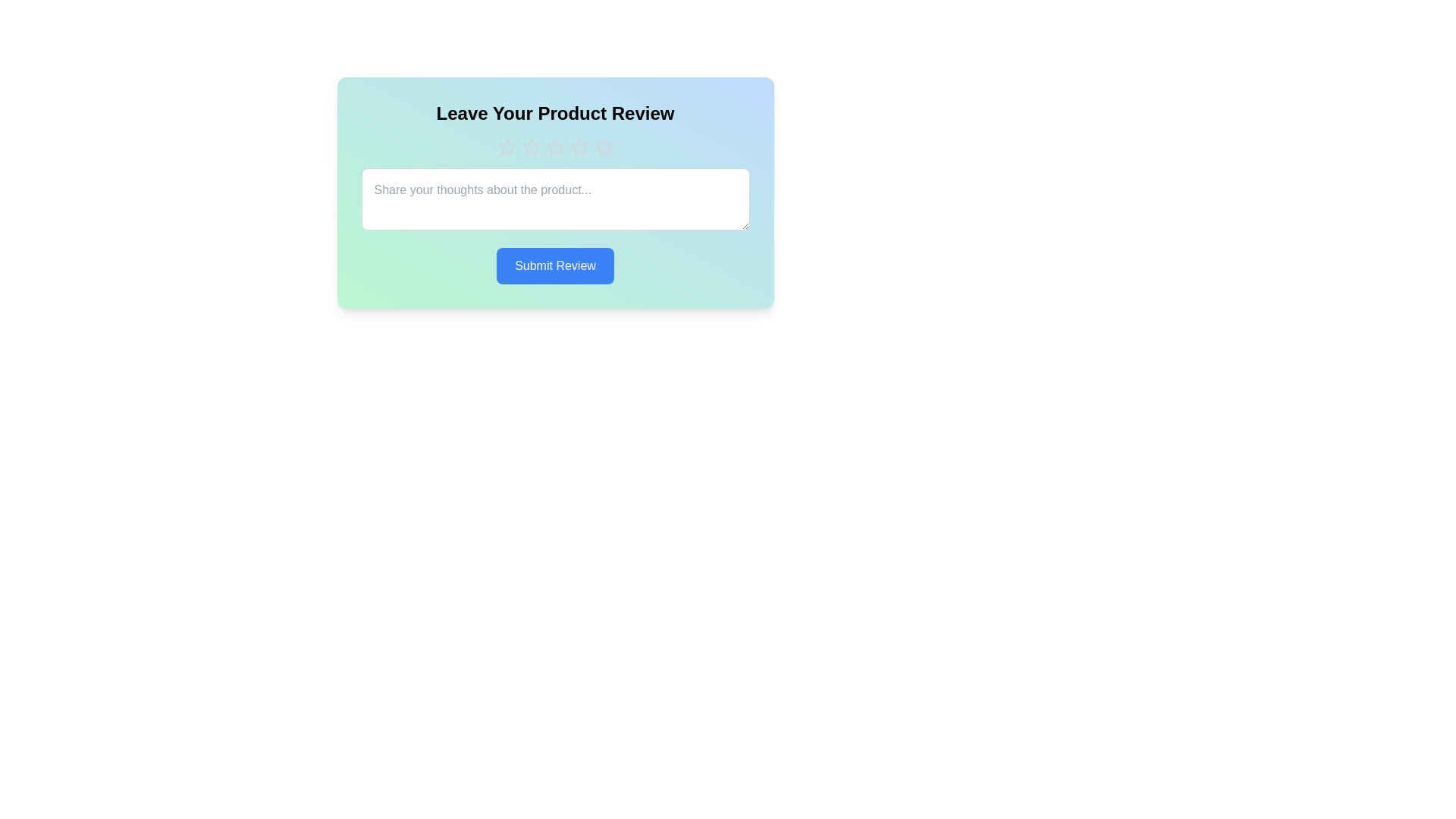 Image resolution: width=1456 pixels, height=819 pixels. What do you see at coordinates (554, 265) in the screenshot?
I see `'Submit Review' button to submit the review` at bounding box center [554, 265].